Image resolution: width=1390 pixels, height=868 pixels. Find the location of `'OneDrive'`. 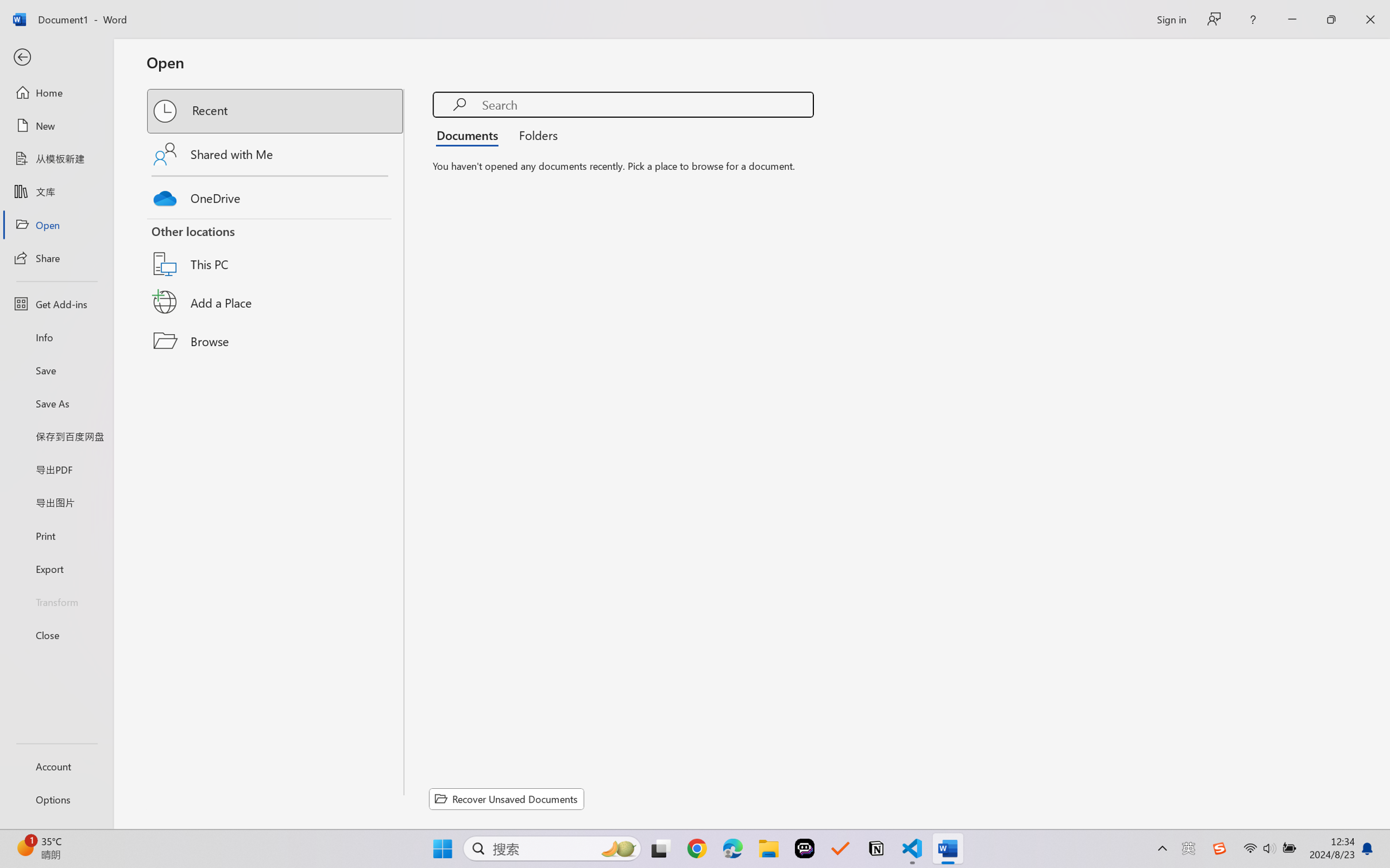

'OneDrive' is located at coordinates (276, 195).